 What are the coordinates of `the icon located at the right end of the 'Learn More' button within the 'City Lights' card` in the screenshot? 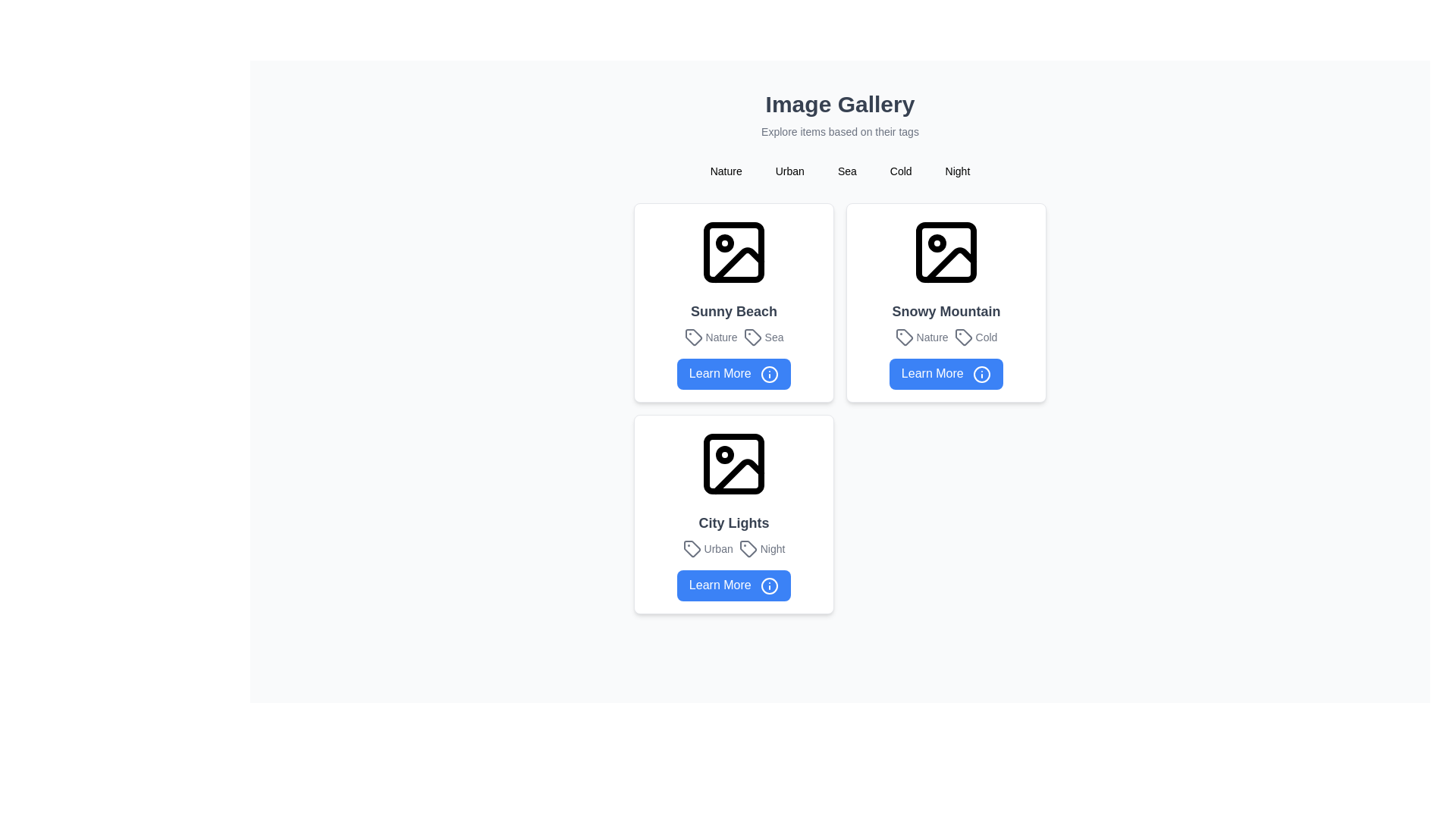 It's located at (770, 585).